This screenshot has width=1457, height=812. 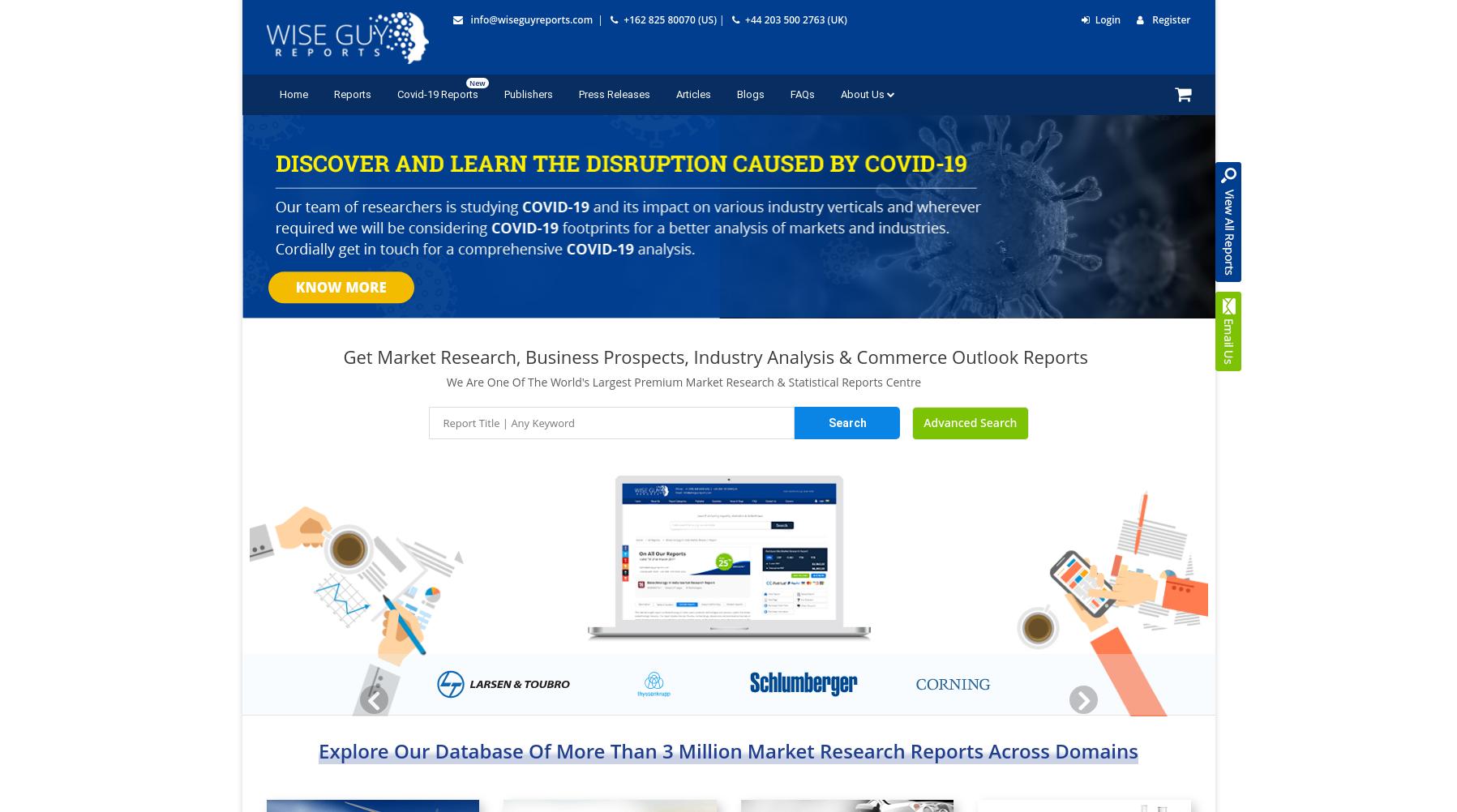 What do you see at coordinates (714, 354) in the screenshot?
I see `'Get Market Research, Business Prospects, Industry Analysis & Commerce Outlook Reports'` at bounding box center [714, 354].